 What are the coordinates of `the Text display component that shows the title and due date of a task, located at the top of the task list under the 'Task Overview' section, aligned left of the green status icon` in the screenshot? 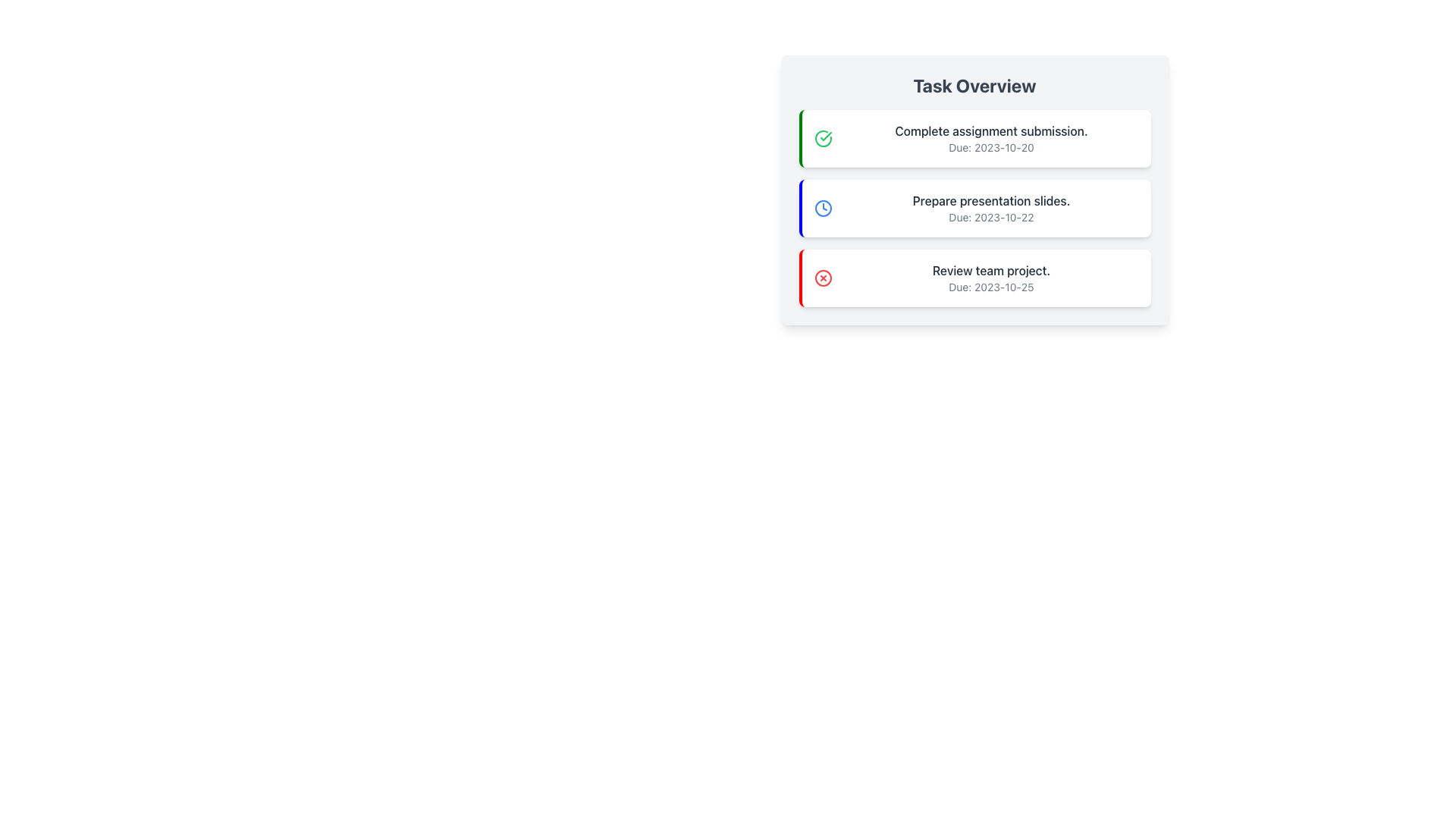 It's located at (991, 138).